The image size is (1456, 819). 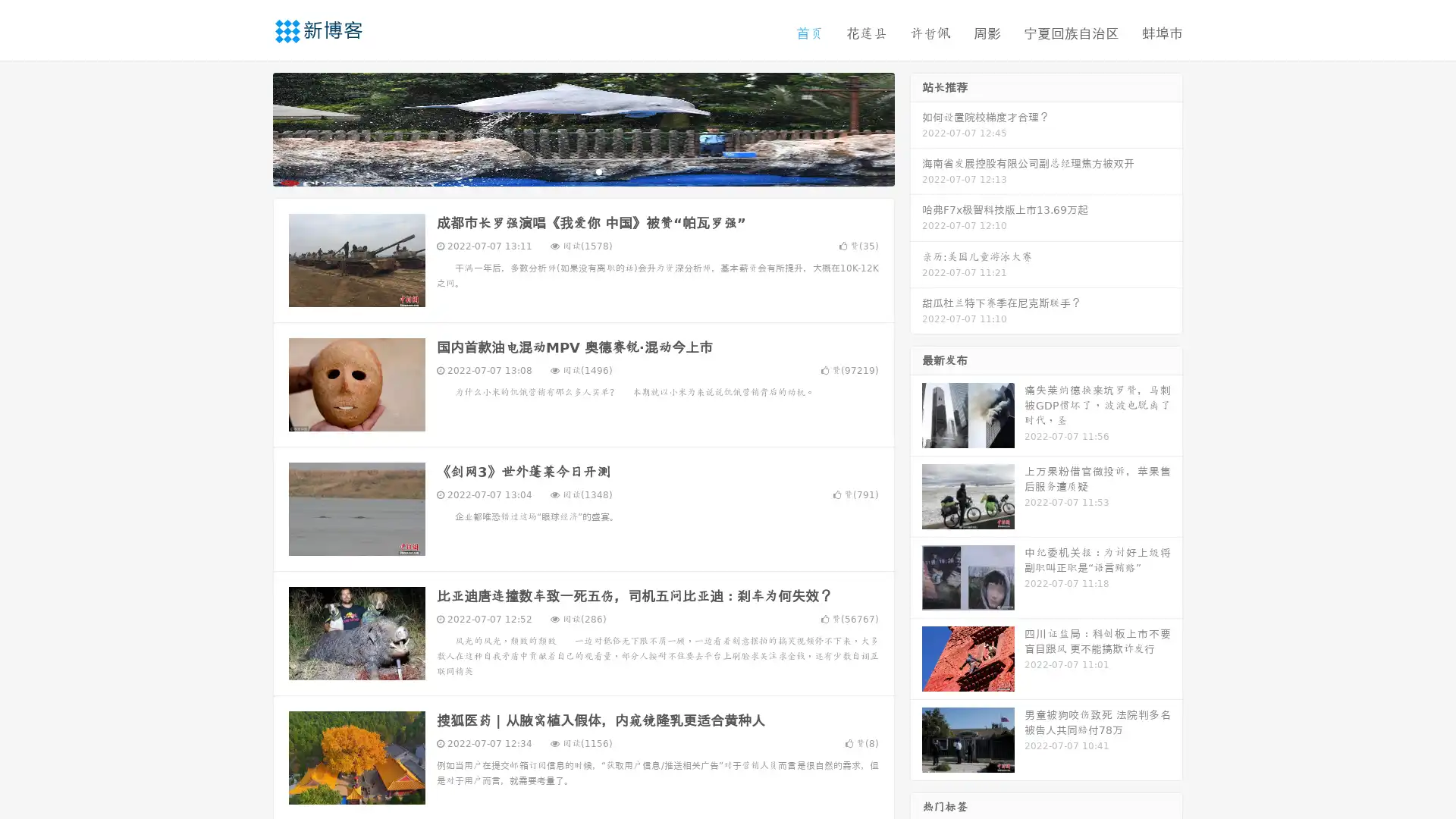 I want to click on Go to slide 1, so click(x=567, y=171).